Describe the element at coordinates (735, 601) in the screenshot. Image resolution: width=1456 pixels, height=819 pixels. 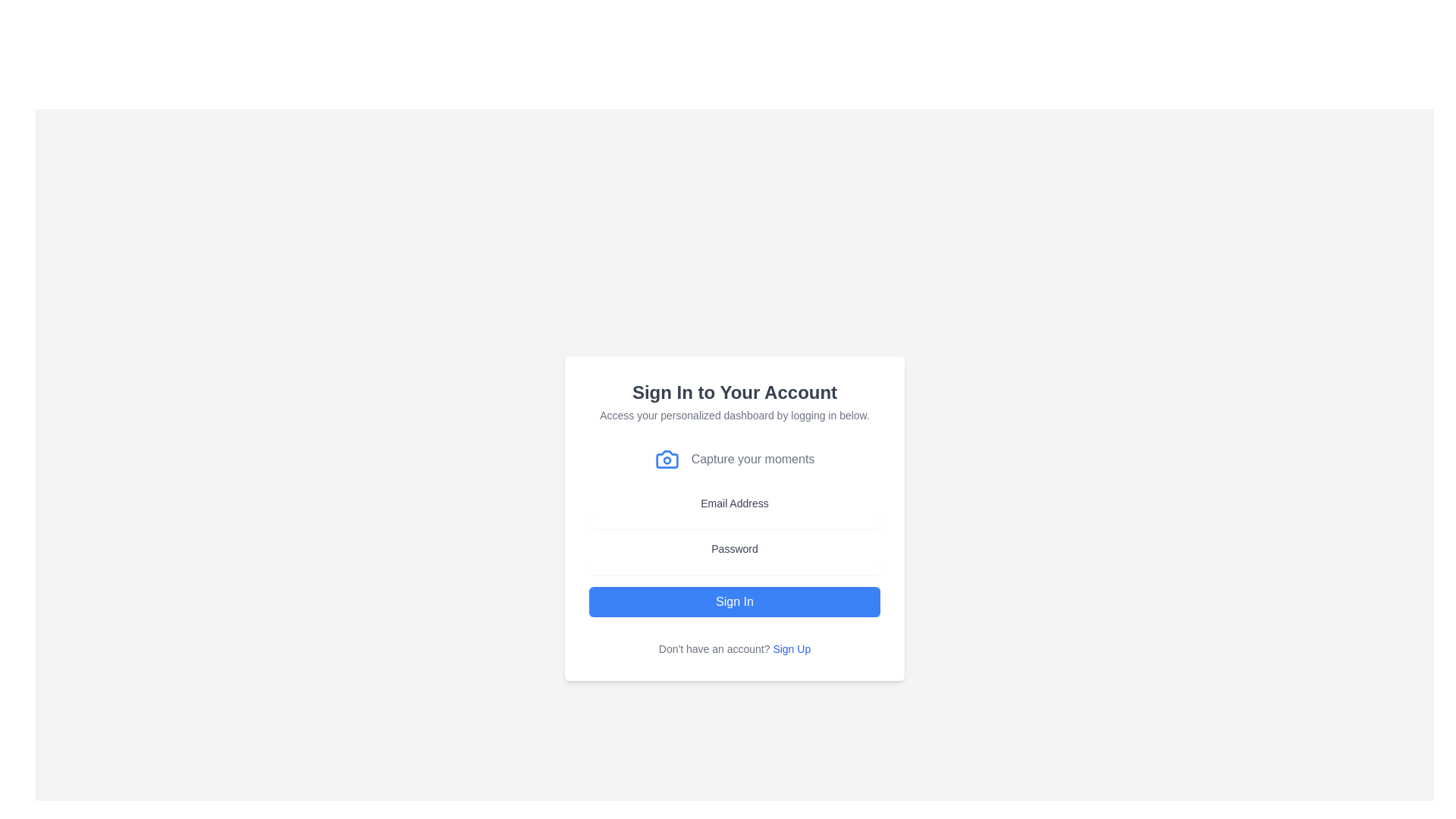
I see `the submission button located below the password input field` at that location.